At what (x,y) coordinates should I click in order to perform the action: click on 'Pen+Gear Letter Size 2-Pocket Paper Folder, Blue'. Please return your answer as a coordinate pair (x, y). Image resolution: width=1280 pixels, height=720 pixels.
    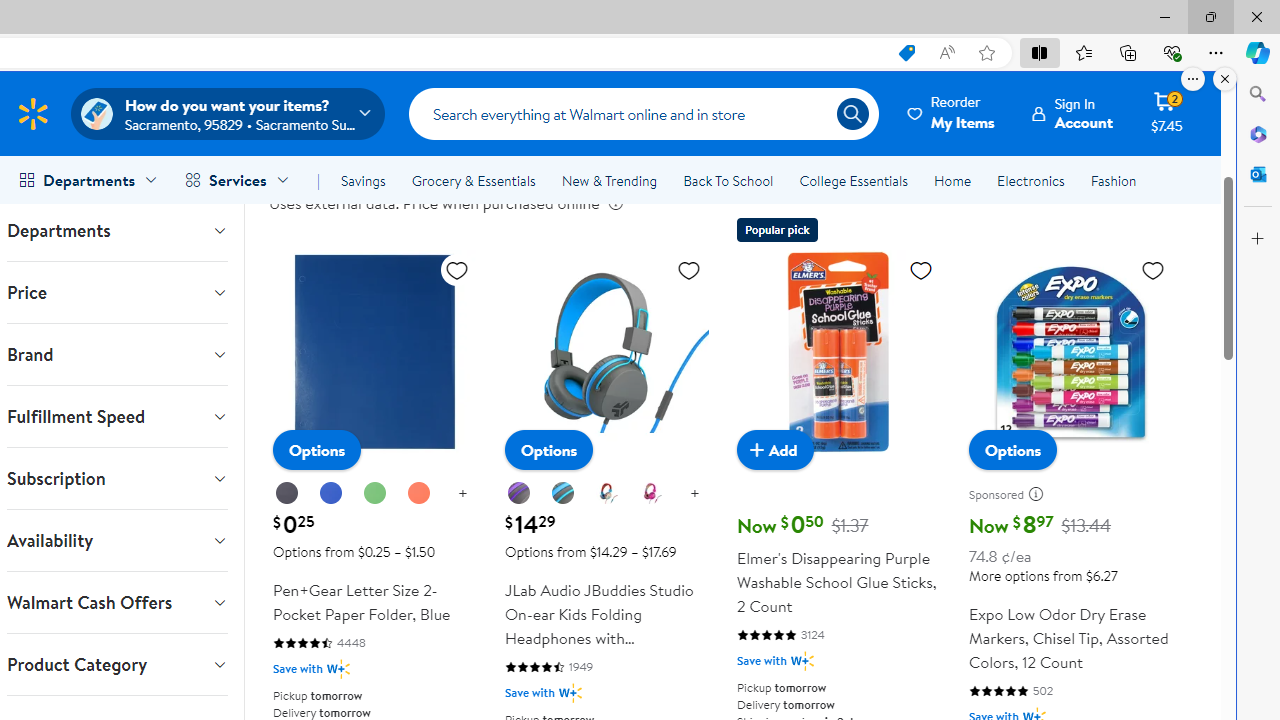
    Looking at the image, I should click on (375, 351).